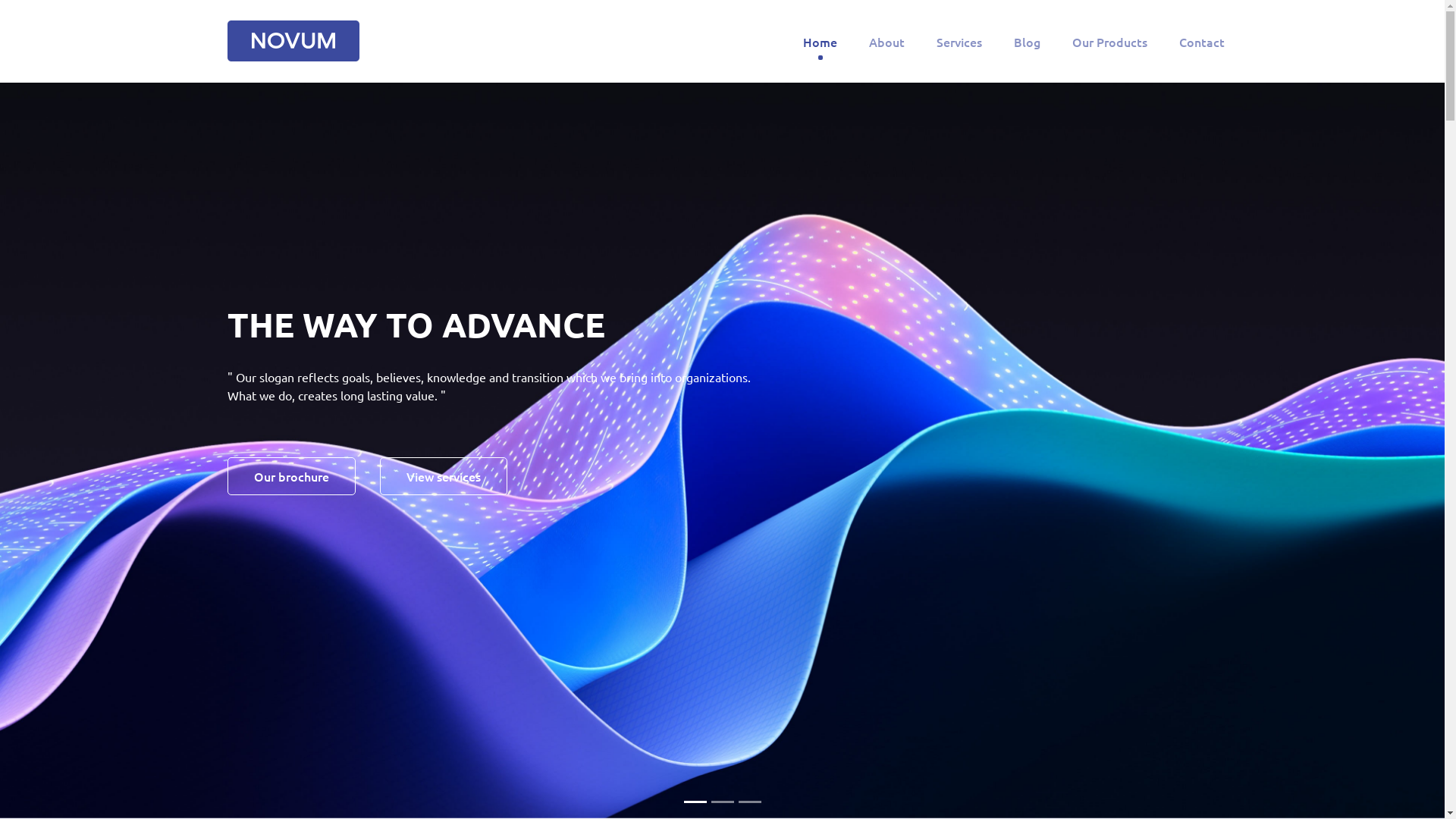  Describe the element at coordinates (1109, 40) in the screenshot. I see `'Our Products'` at that location.